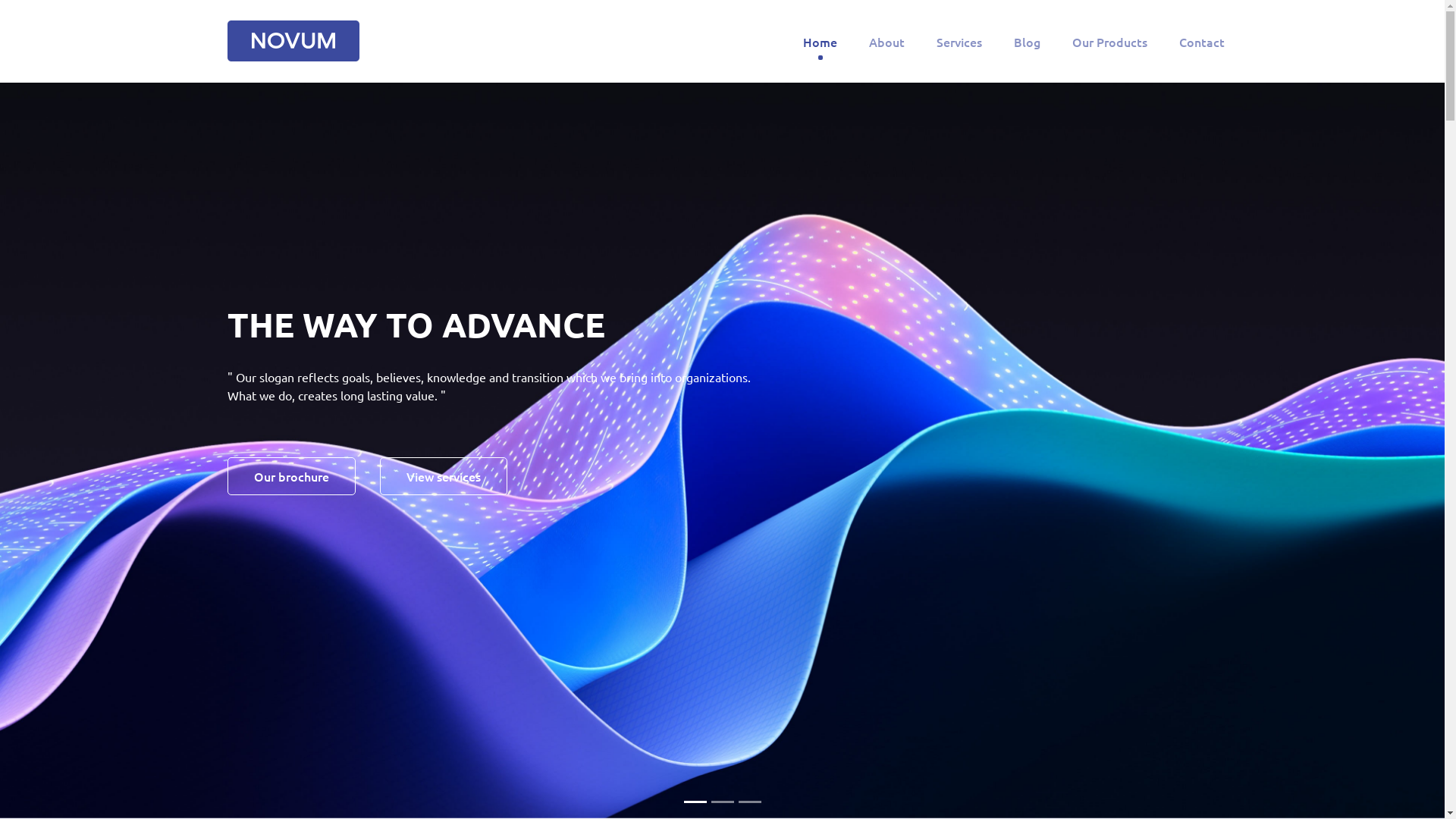  Describe the element at coordinates (1109, 40) in the screenshot. I see `'Our Products'` at that location.